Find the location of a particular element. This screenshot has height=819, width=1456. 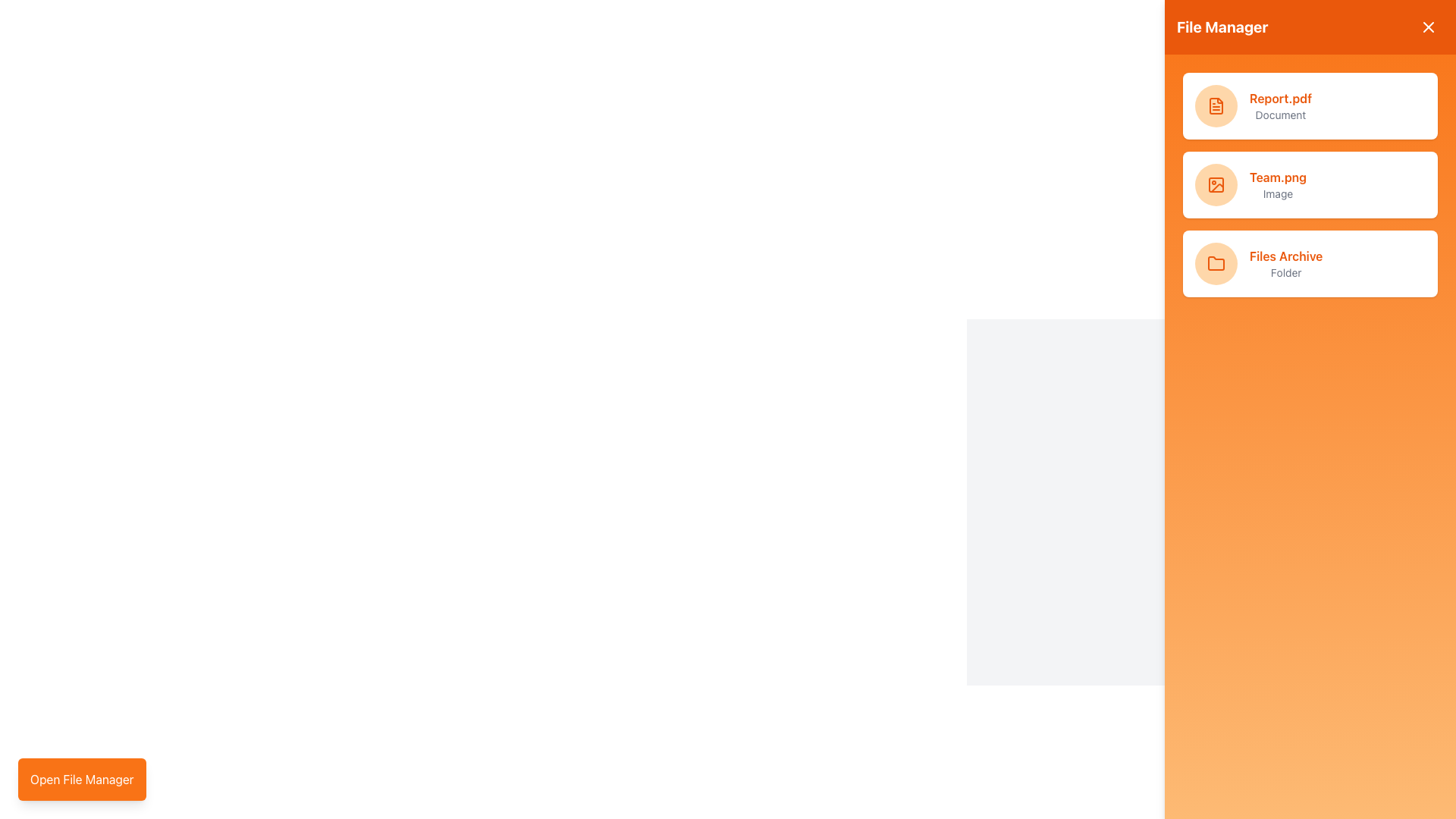

the 'Files Archive' folder label in the file manager is located at coordinates (1285, 262).